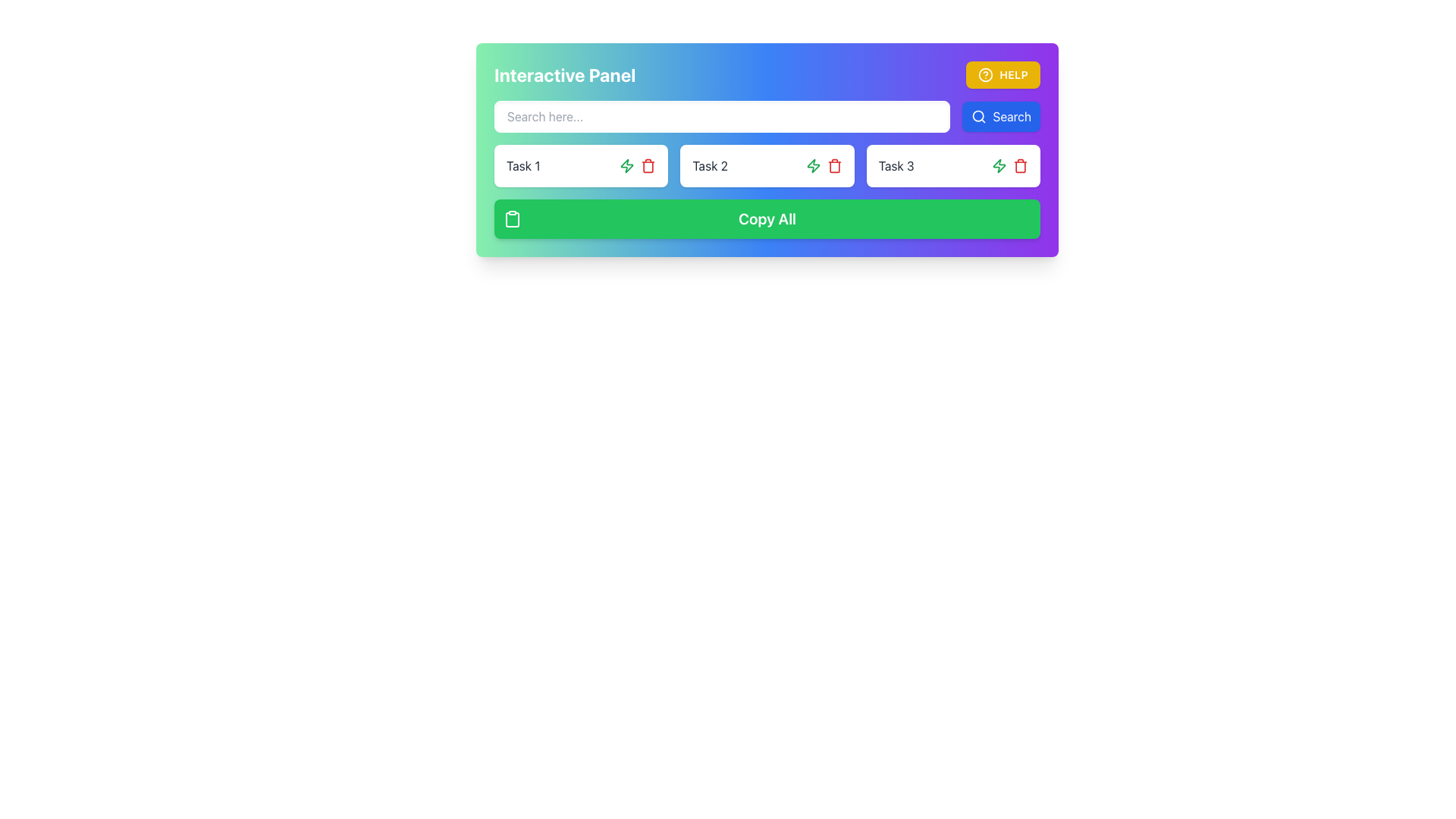 This screenshot has width=1456, height=819. What do you see at coordinates (648, 166) in the screenshot?
I see `the delete icon located in the 'Task 2' section` at bounding box center [648, 166].